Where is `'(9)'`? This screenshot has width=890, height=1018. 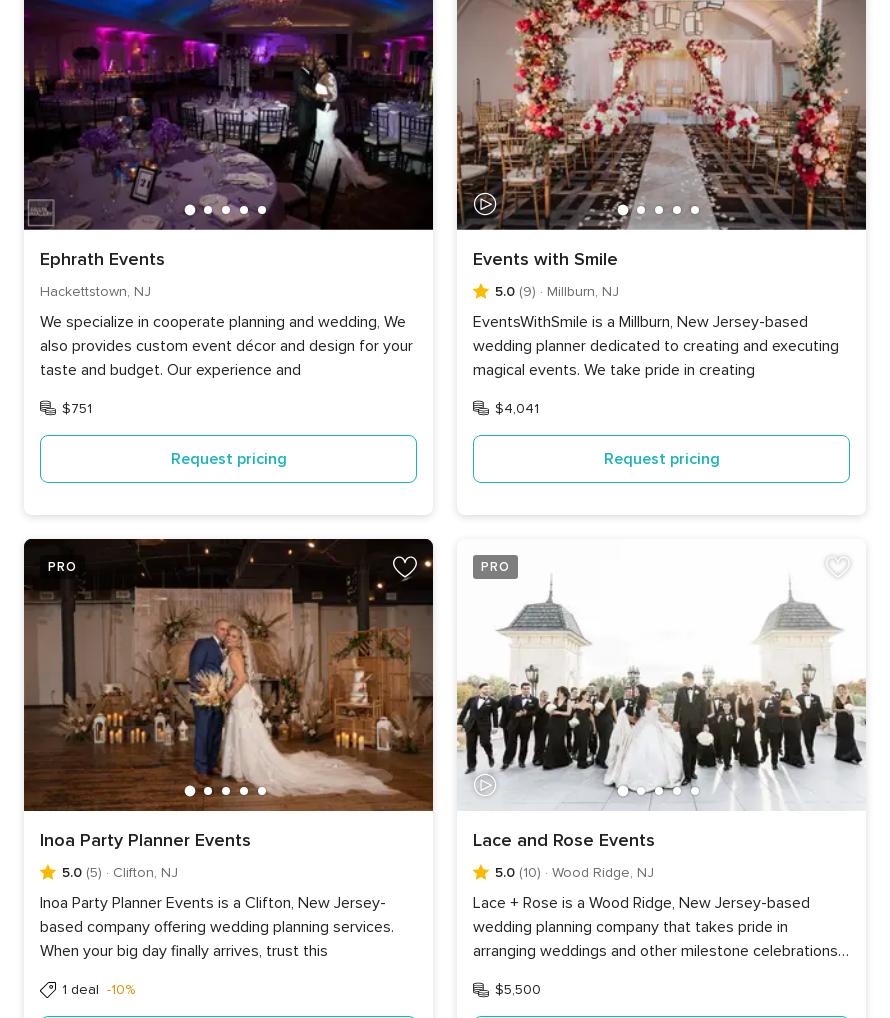
'(9)' is located at coordinates (525, 290).